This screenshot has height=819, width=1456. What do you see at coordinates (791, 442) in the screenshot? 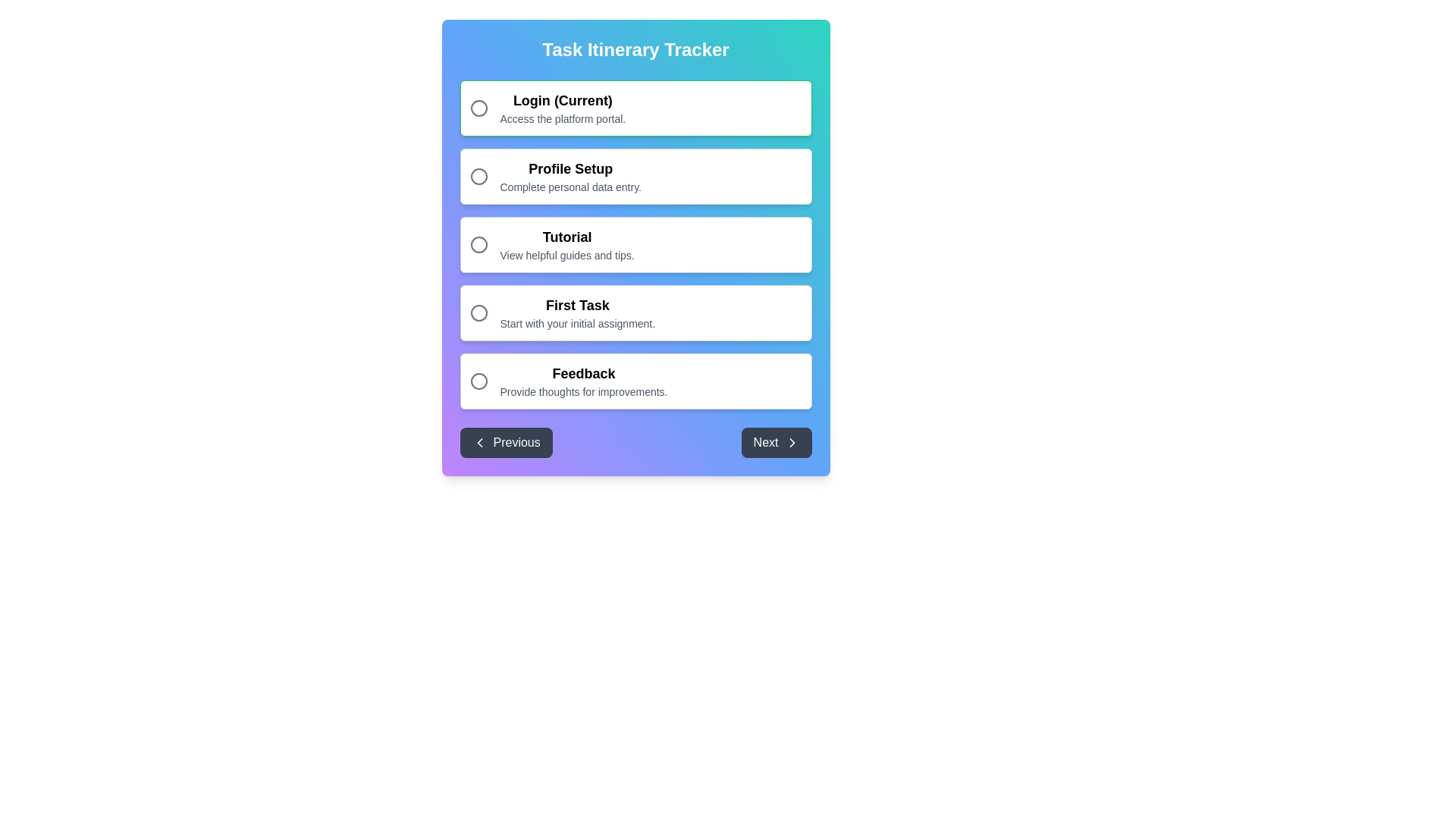
I see `the chevron icon located to the right of the 'Next' button at the bottom-right corner of the interface` at bounding box center [791, 442].